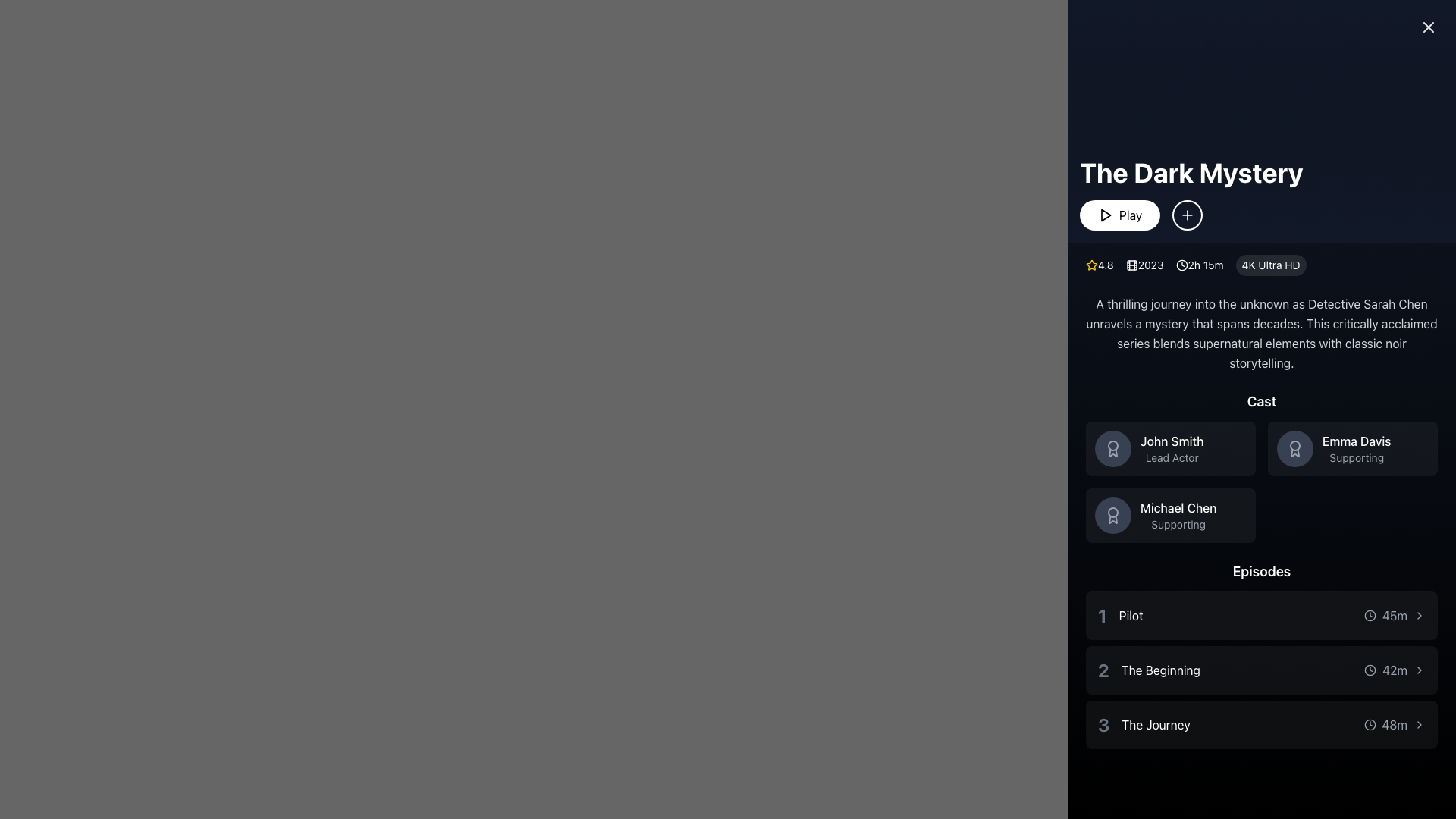  What do you see at coordinates (1102, 616) in the screenshot?
I see `the content of the numerical label indicating the episode number located in the episode list under 'Episodes', positioned directly to the left of the text label 'Pilot'` at bounding box center [1102, 616].